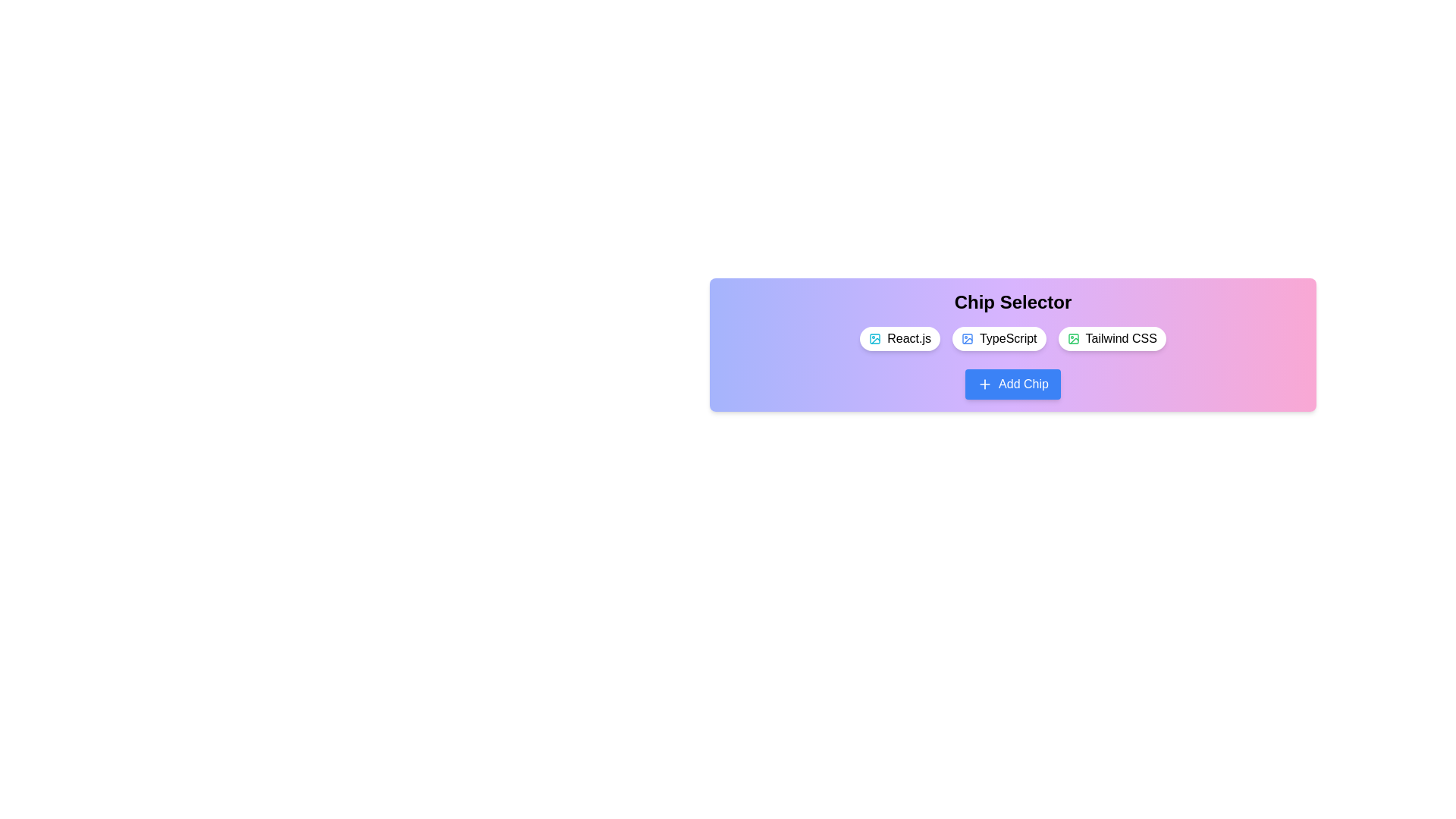 Image resolution: width=1456 pixels, height=819 pixels. Describe the element at coordinates (1121, 338) in the screenshot. I see `the 'Tailwind CSS' text label, which is located inside the third chip from the left in the row of chips labeled 'React.js', 'TypeScript', and 'Tailwind CSS'. The text is displayed in black color within a rounded rectangular chip with a white background` at that location.